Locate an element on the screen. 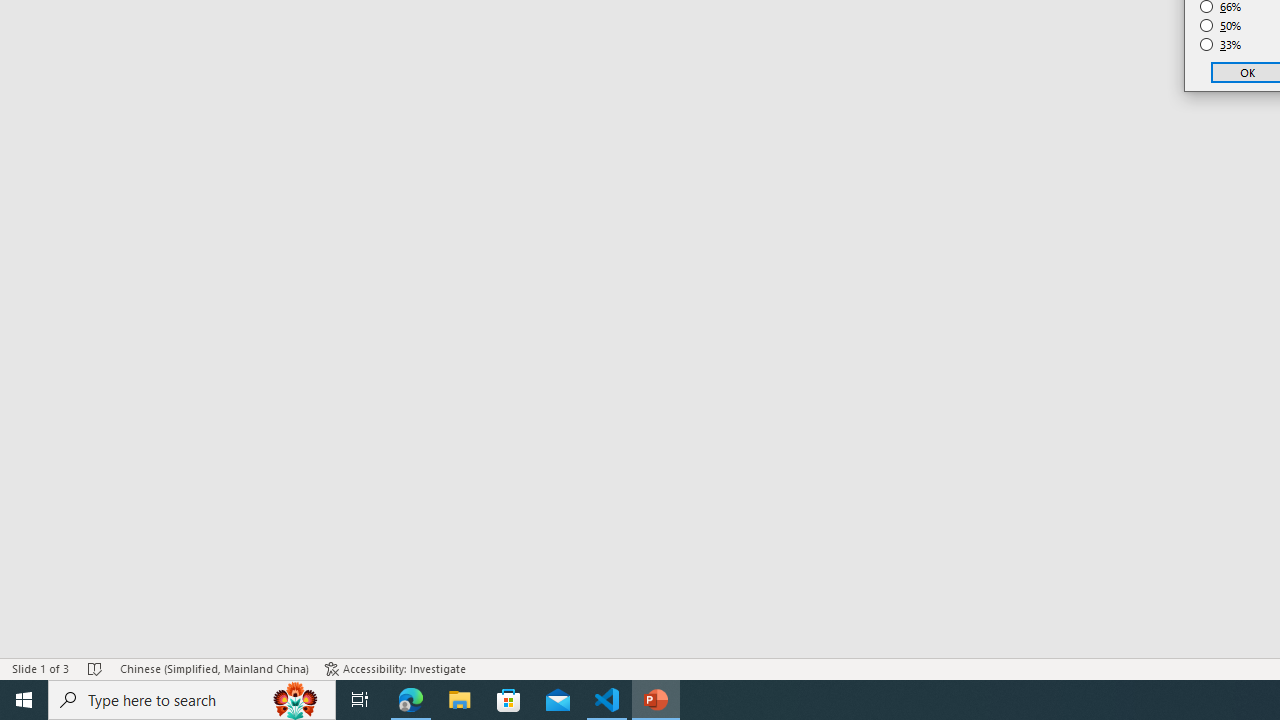  '33%' is located at coordinates (1220, 45).